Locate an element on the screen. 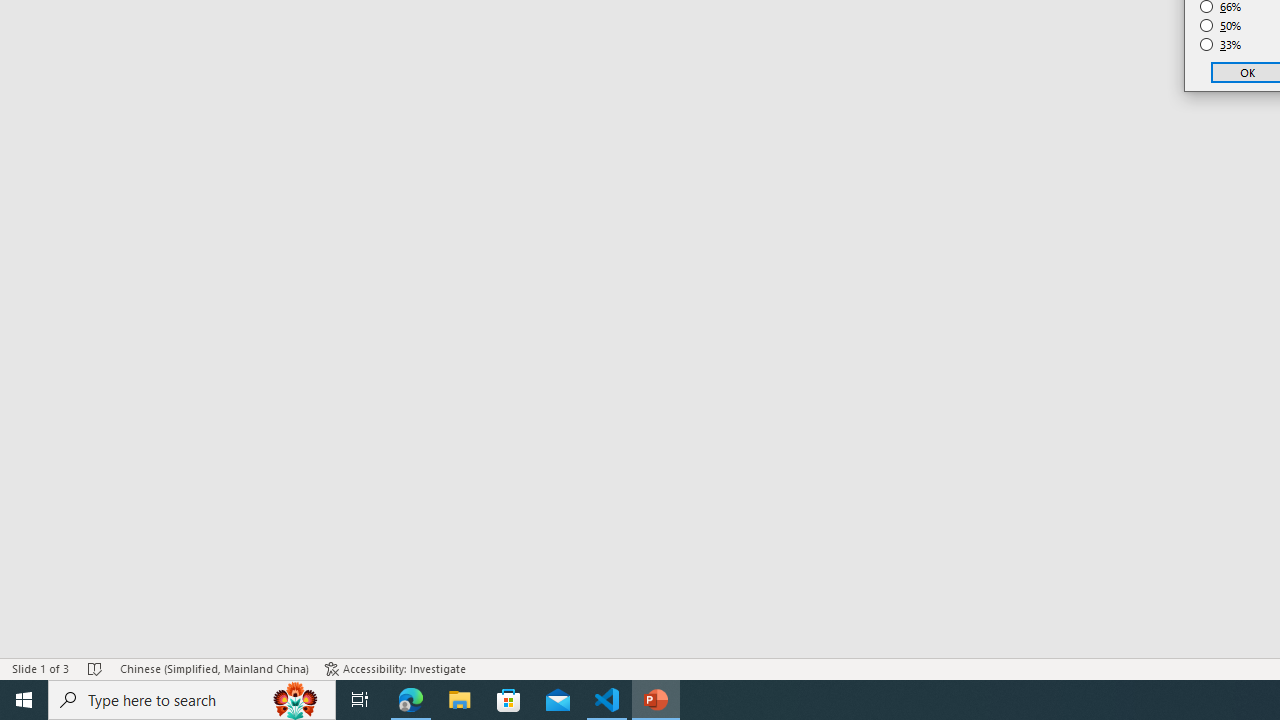  '33%' is located at coordinates (1220, 45).